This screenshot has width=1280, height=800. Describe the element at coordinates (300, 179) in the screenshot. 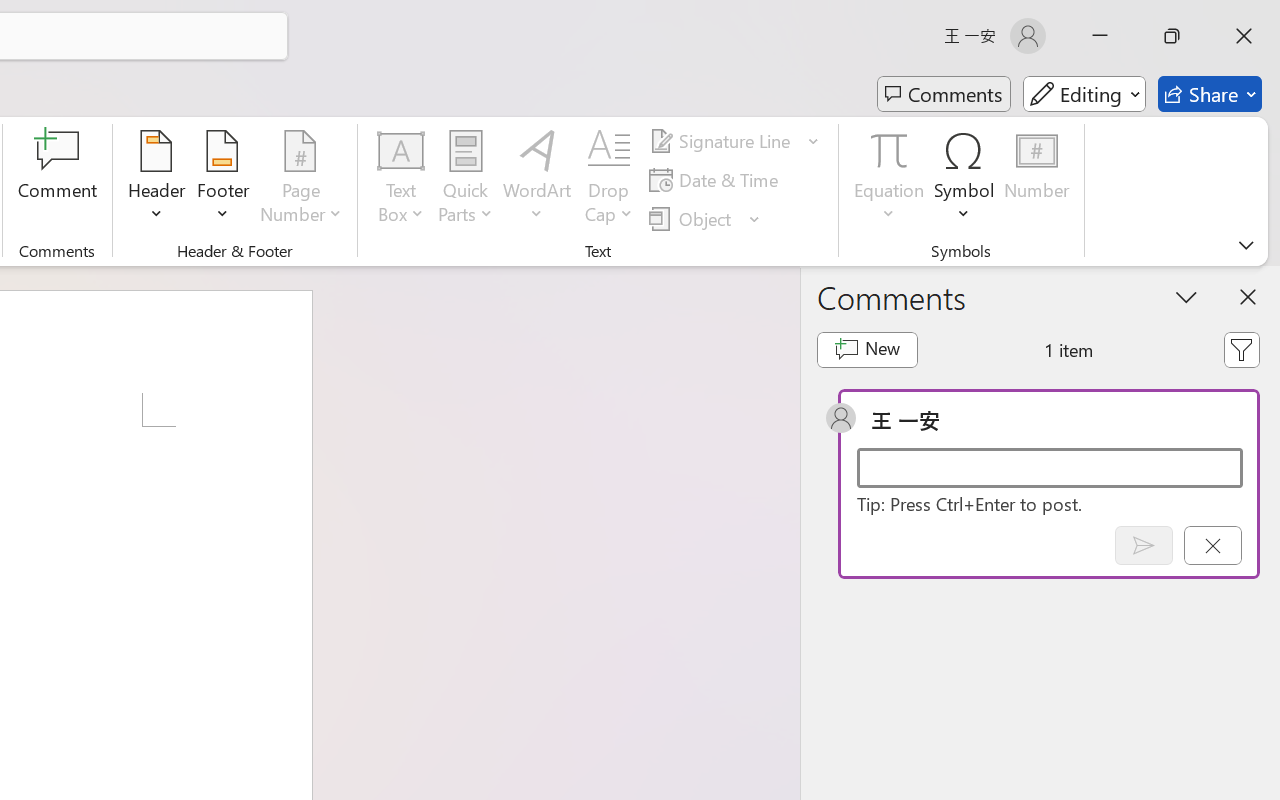

I see `'Page Number'` at that location.